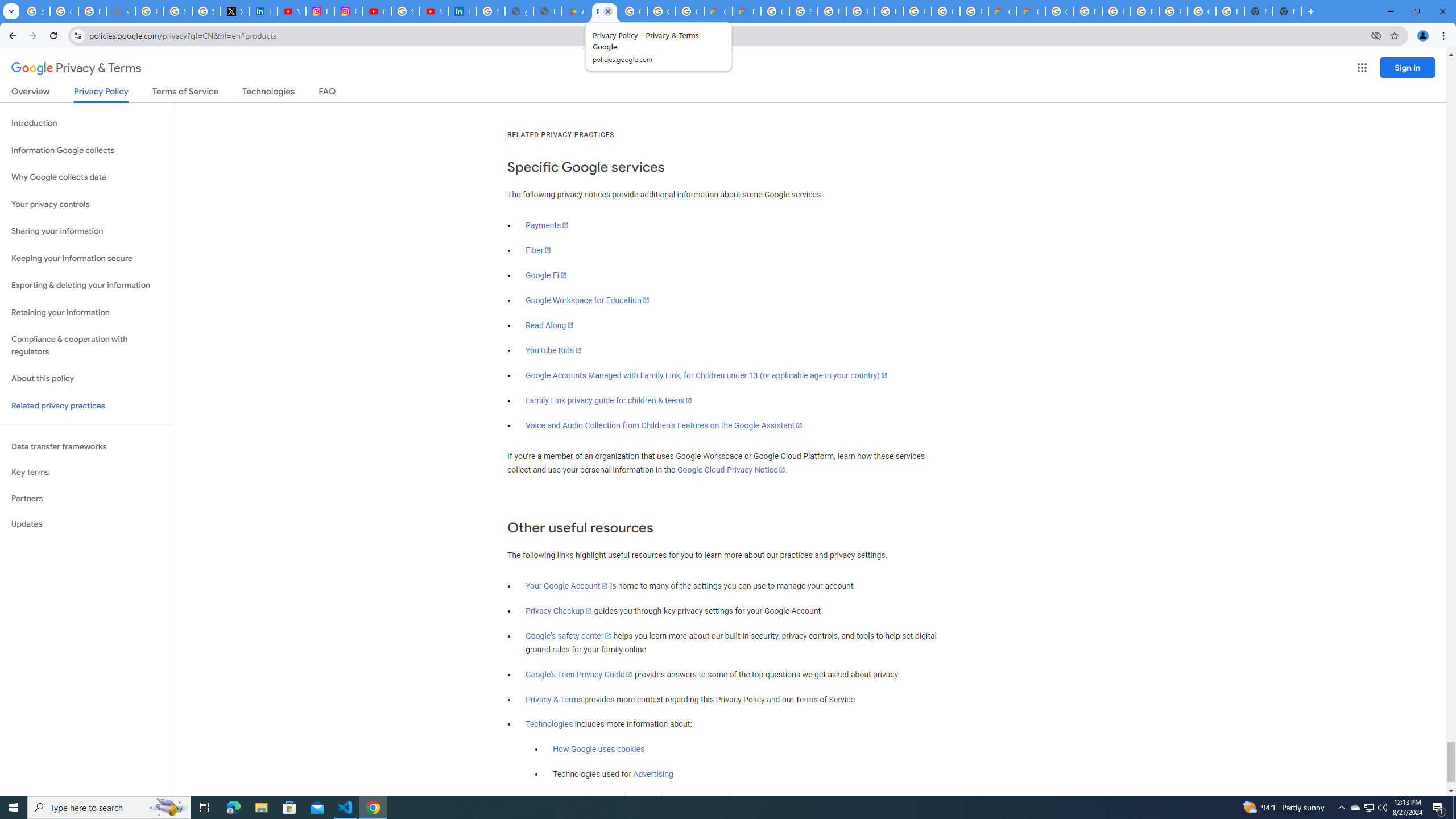 The width and height of the screenshot is (1456, 819). Describe the element at coordinates (86, 379) in the screenshot. I see `'About this policy'` at that location.